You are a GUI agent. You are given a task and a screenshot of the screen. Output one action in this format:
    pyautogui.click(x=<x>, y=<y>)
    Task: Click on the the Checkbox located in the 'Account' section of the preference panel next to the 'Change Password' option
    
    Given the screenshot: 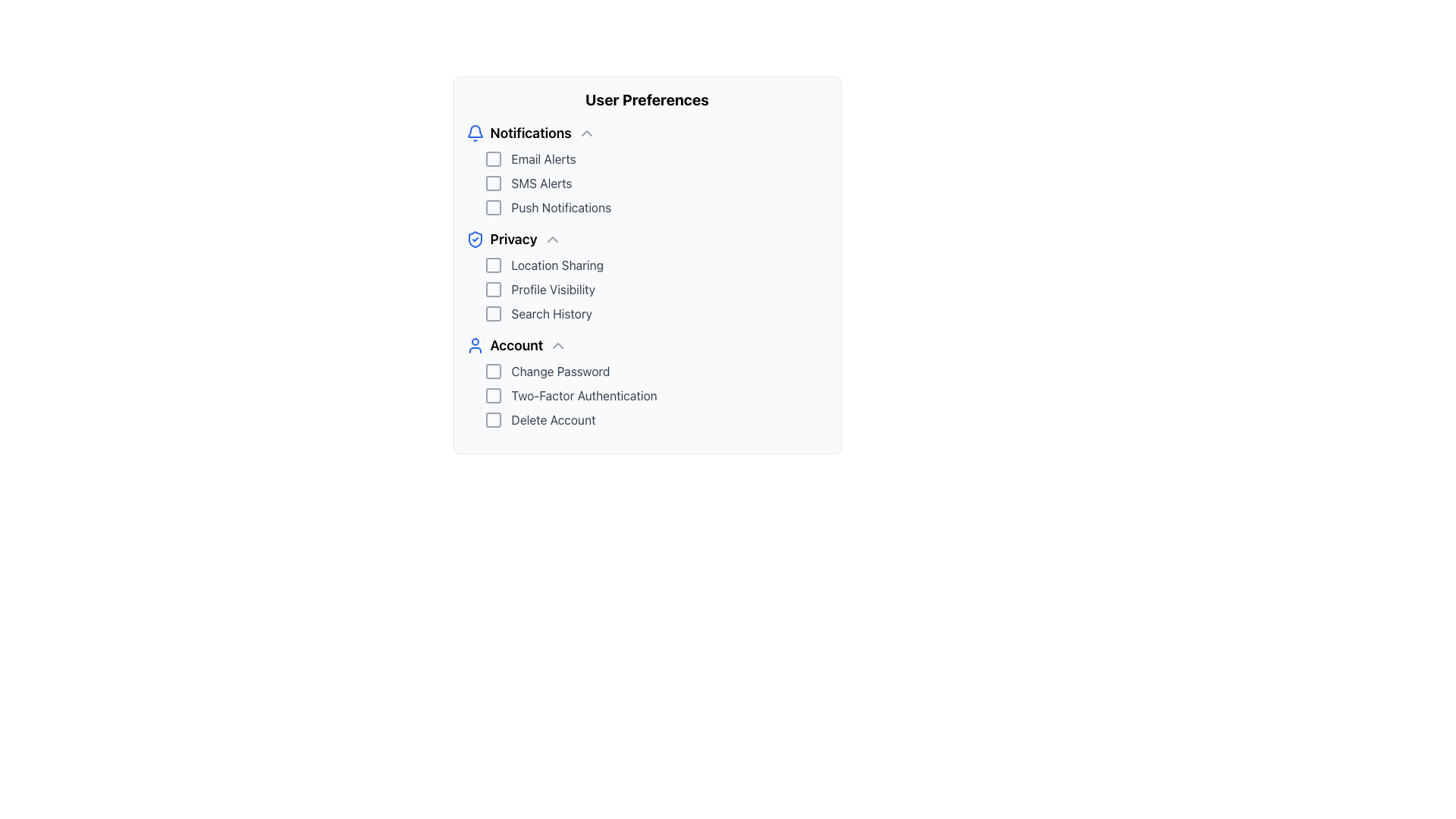 What is the action you would take?
    pyautogui.click(x=493, y=371)
    